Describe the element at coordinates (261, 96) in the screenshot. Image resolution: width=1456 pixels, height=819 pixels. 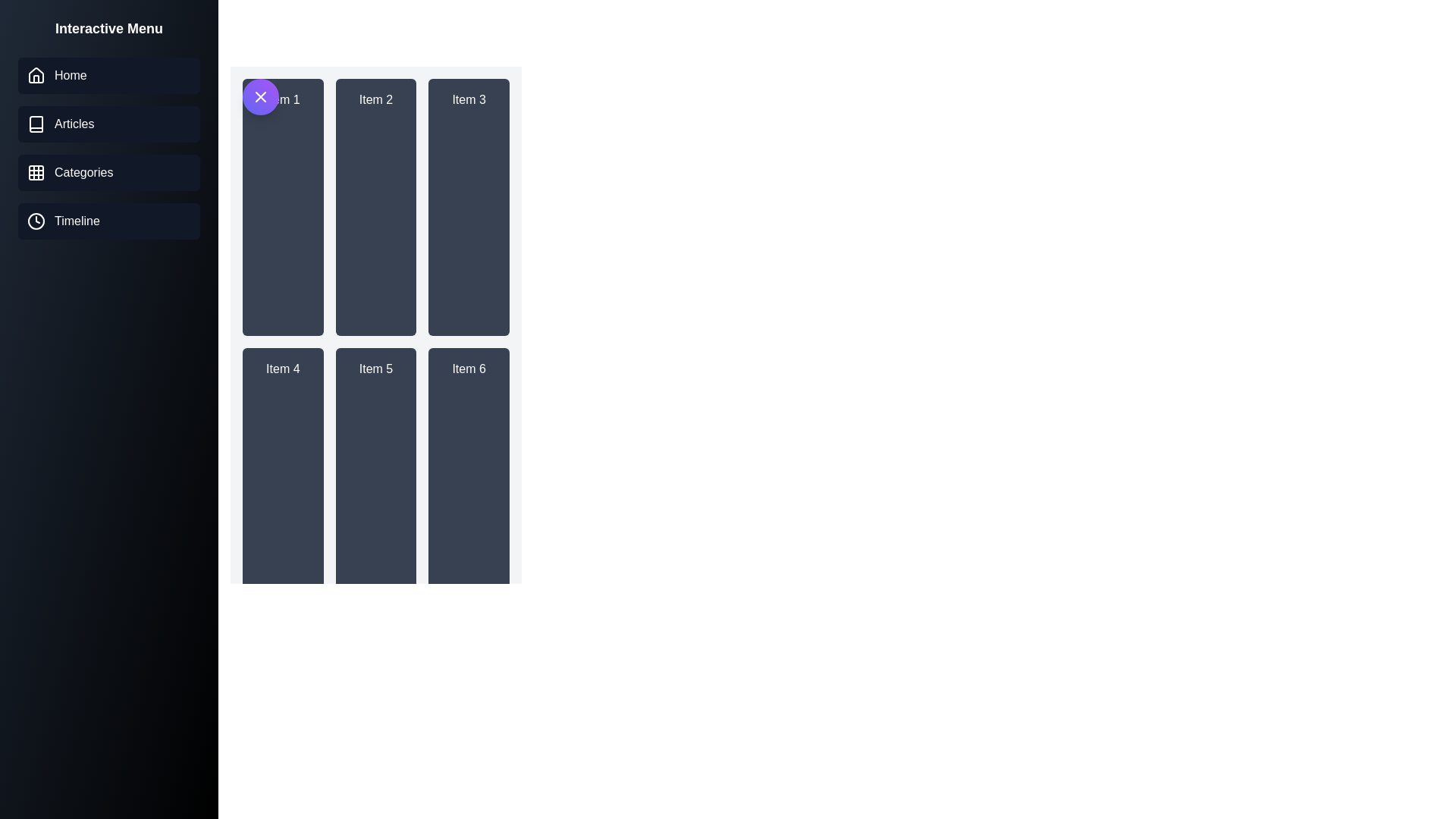
I see `button to toggle the drawer's visibility` at that location.